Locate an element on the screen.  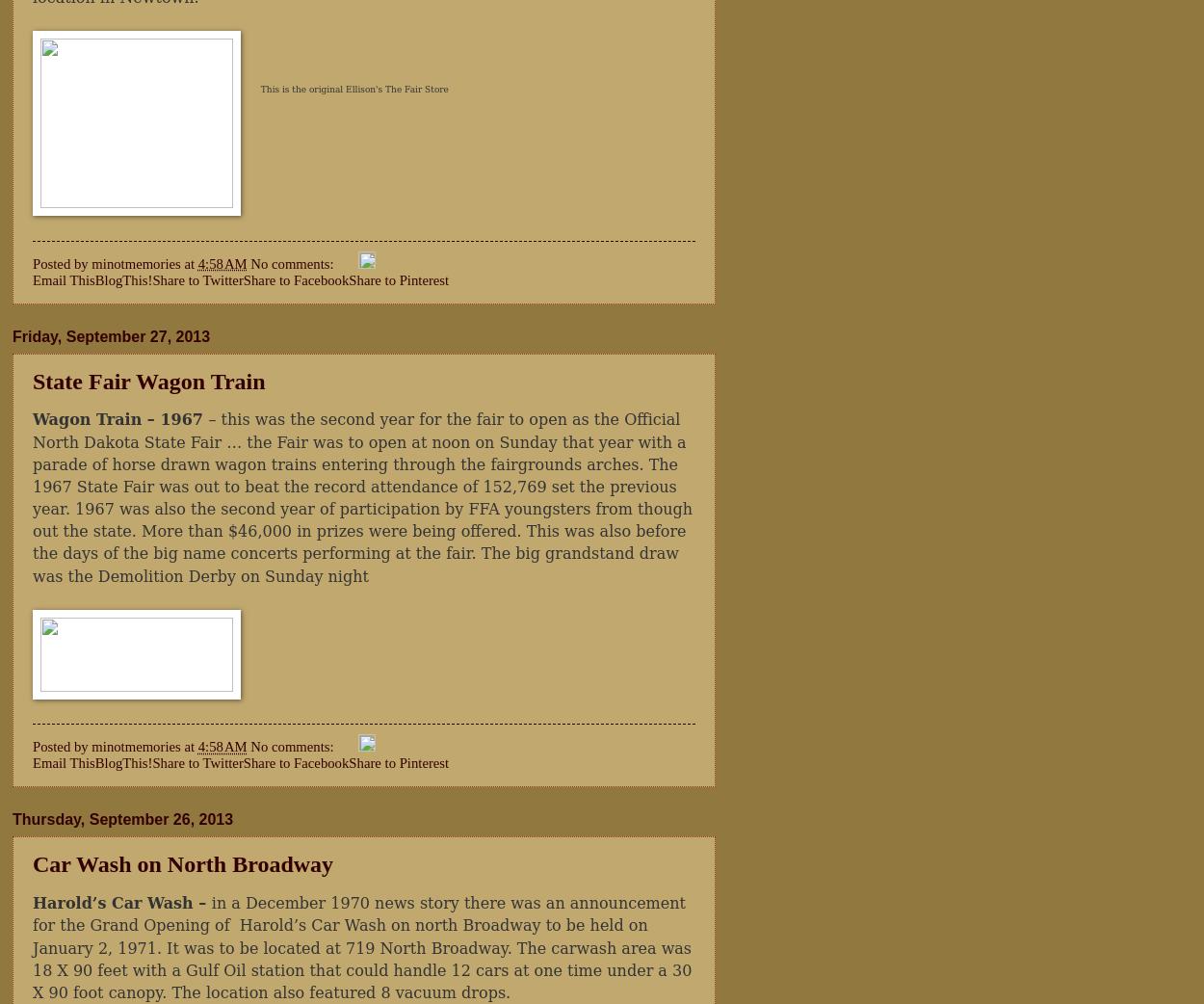
'Wagon Train – 1967' is located at coordinates (120, 419).